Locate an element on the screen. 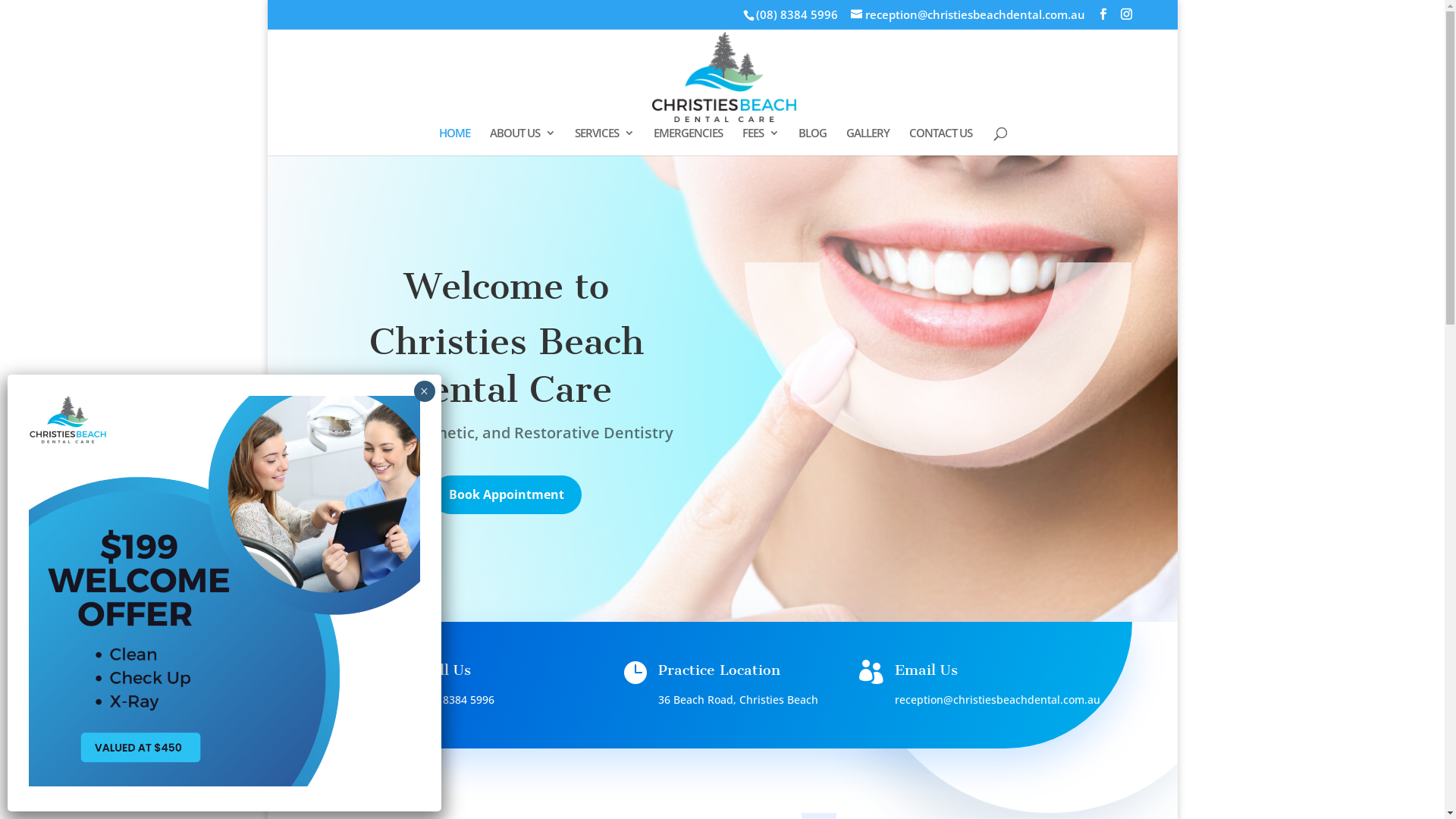 The width and height of the screenshot is (1456, 819). 'BLOG' is located at coordinates (811, 141).